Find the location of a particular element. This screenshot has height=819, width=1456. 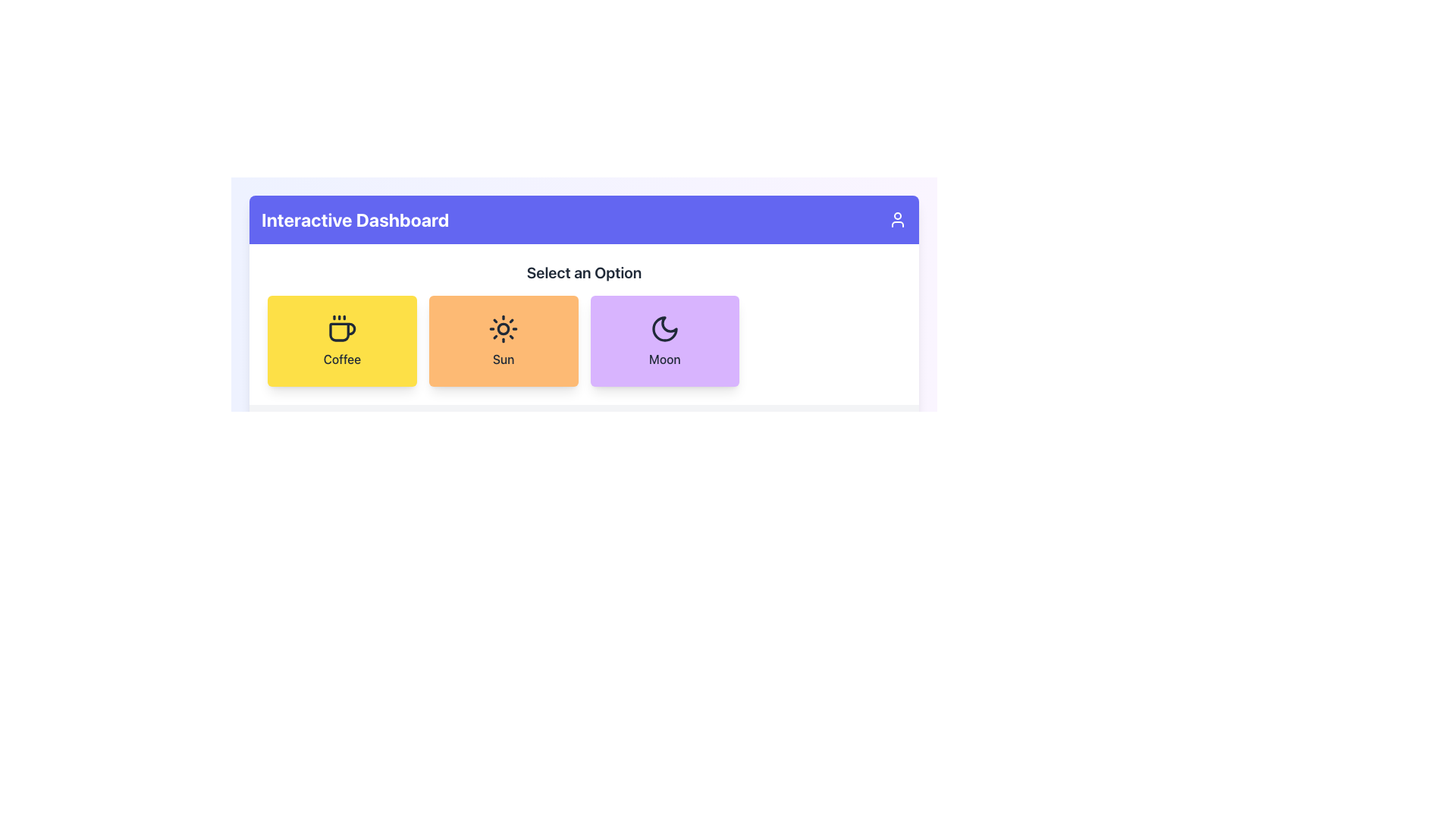

the 'Moon' button, which is the third button from the left in a row of options labeled 'Coffee', 'Sun', and 'Moon' is located at coordinates (664, 341).